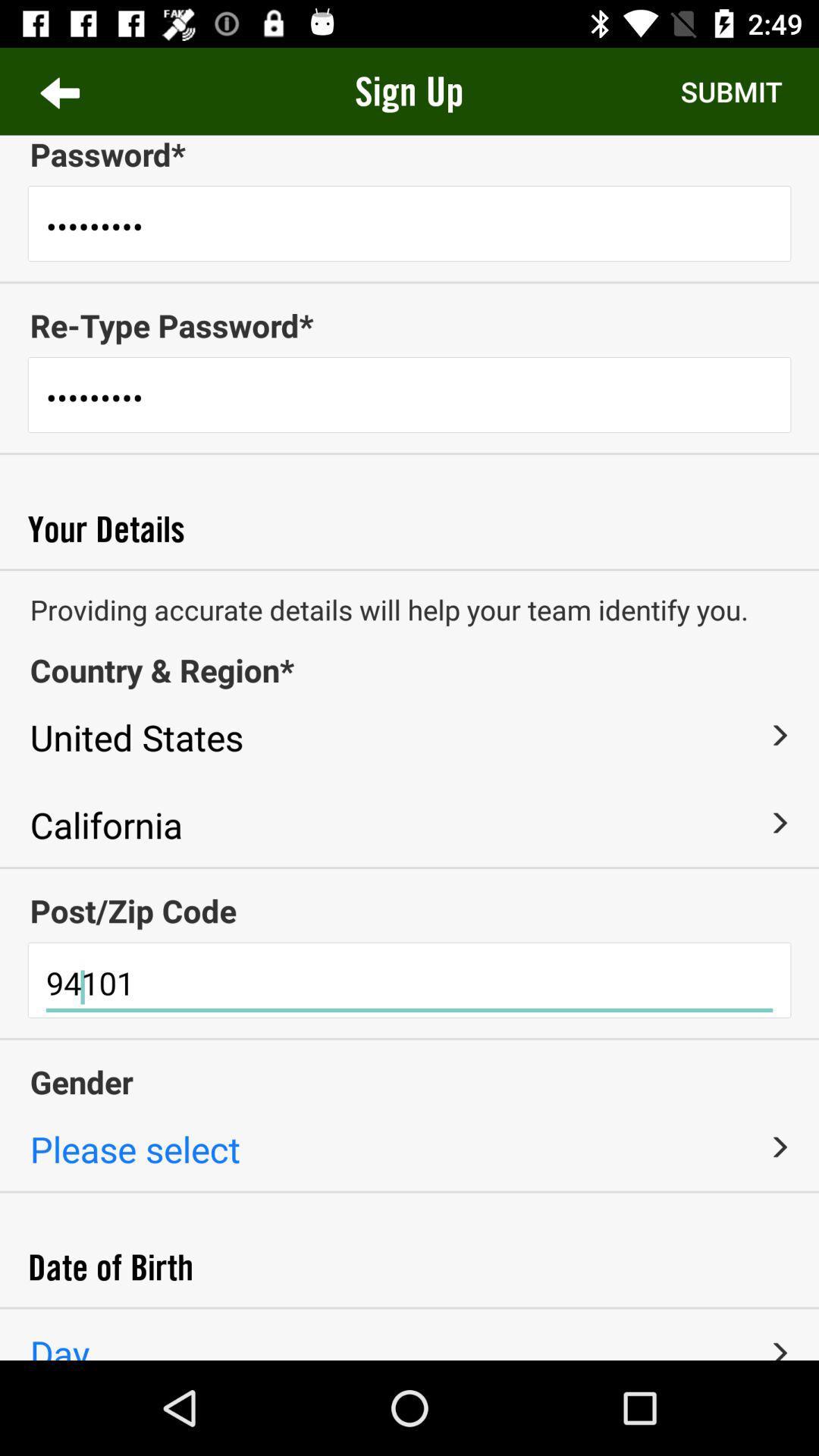 The height and width of the screenshot is (1456, 819). Describe the element at coordinates (409, 569) in the screenshot. I see `the icon below the your details item` at that location.